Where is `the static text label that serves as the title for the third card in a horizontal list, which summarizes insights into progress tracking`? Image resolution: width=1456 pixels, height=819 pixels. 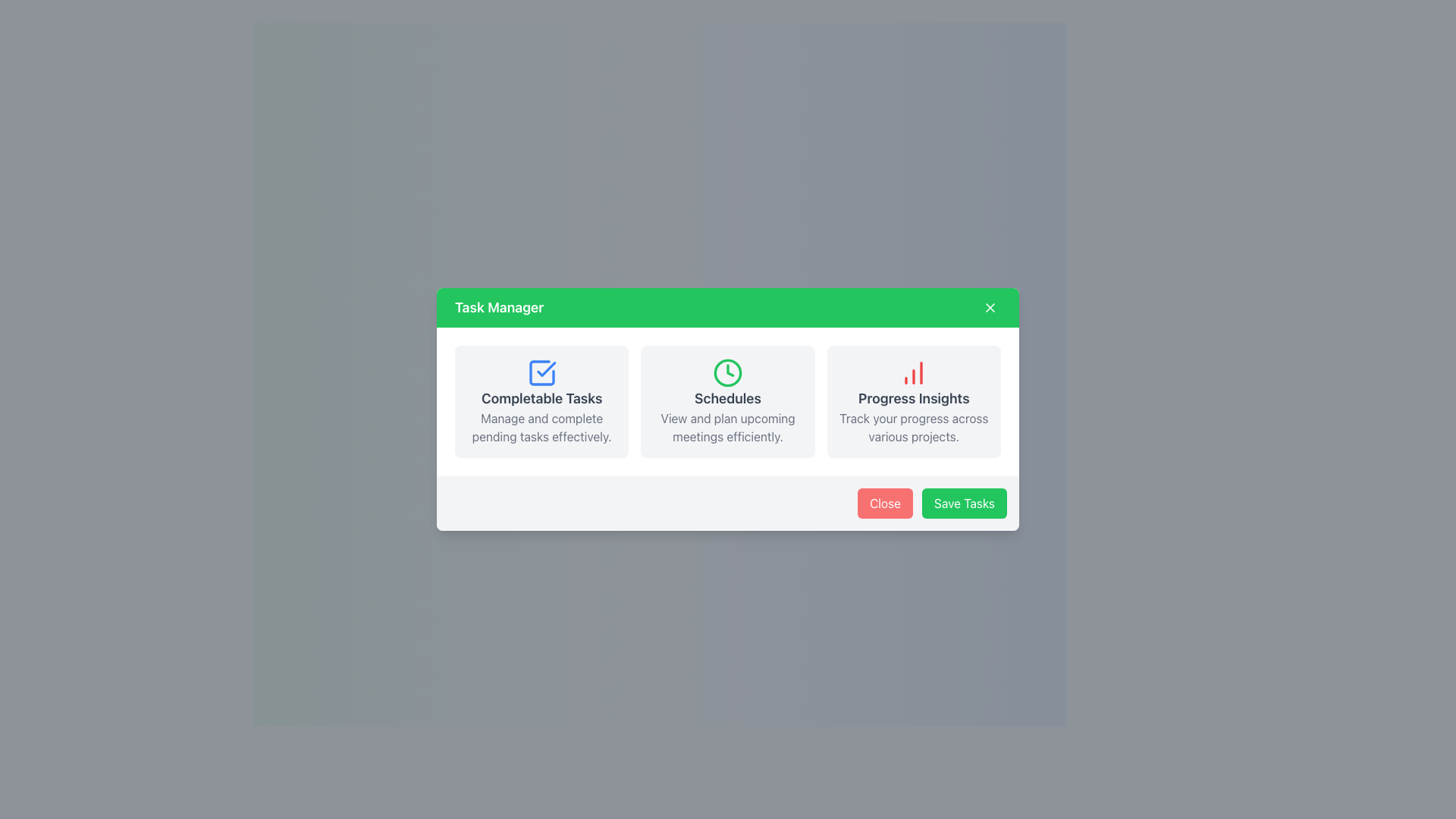 the static text label that serves as the title for the third card in a horizontal list, which summarizes insights into progress tracking is located at coordinates (913, 397).